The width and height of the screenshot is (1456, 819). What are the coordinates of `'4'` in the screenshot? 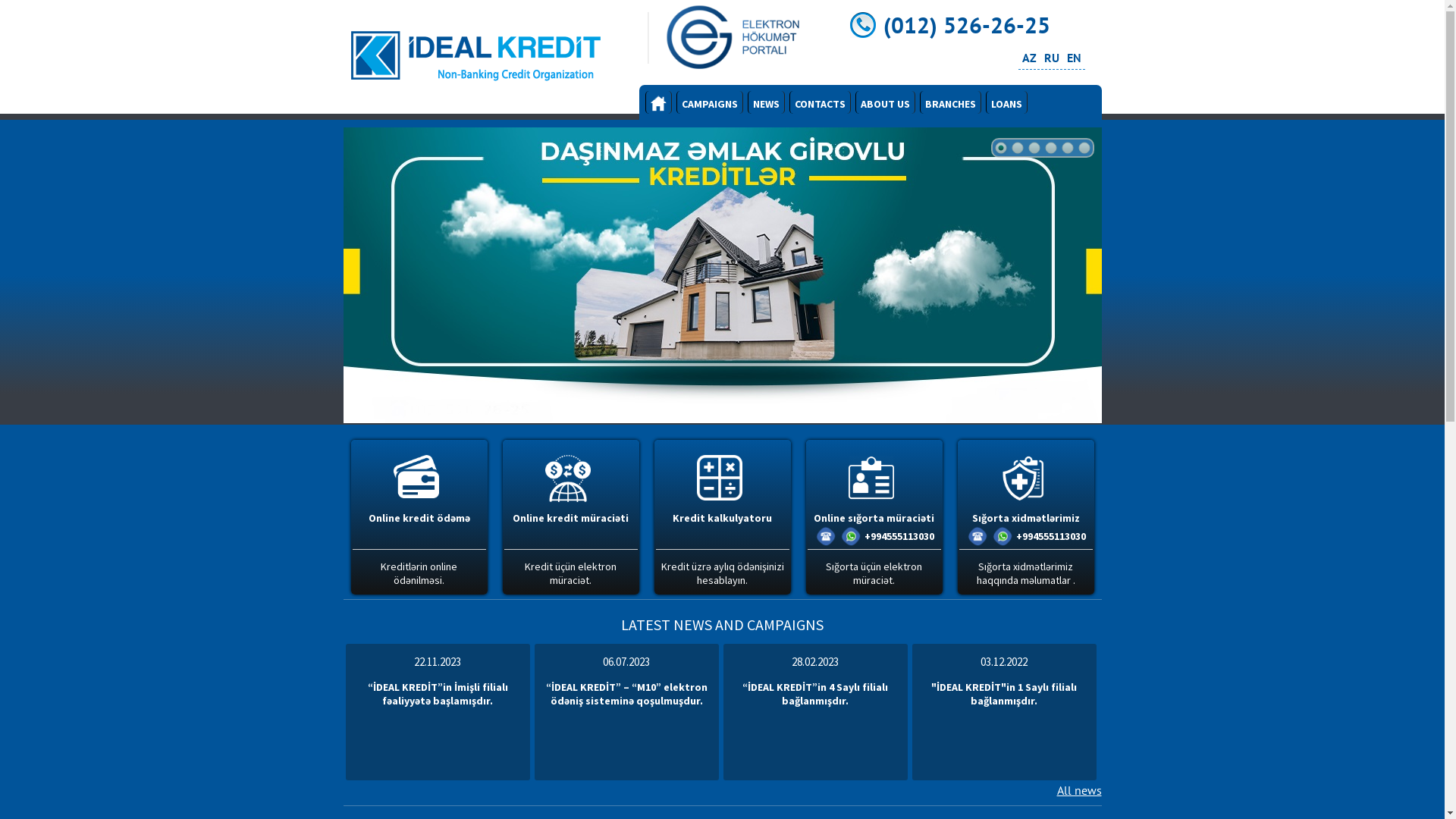 It's located at (1050, 148).